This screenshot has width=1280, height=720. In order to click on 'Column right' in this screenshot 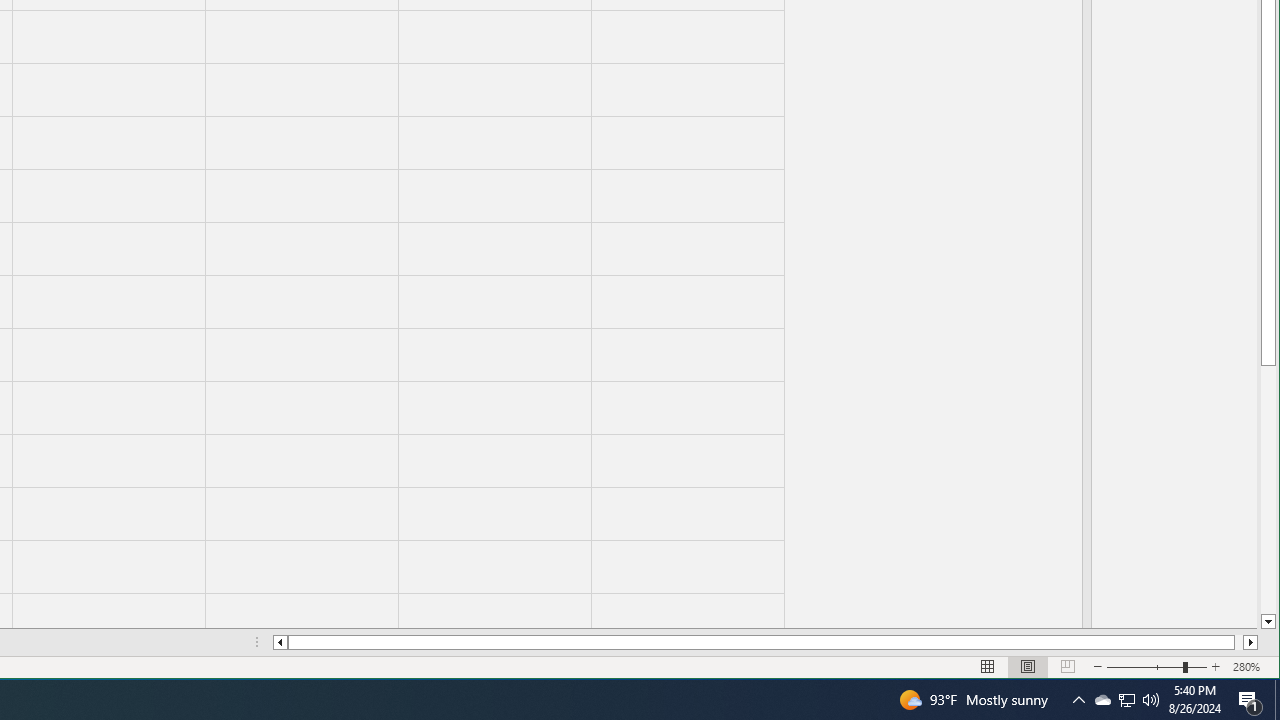, I will do `click(1250, 642)`.